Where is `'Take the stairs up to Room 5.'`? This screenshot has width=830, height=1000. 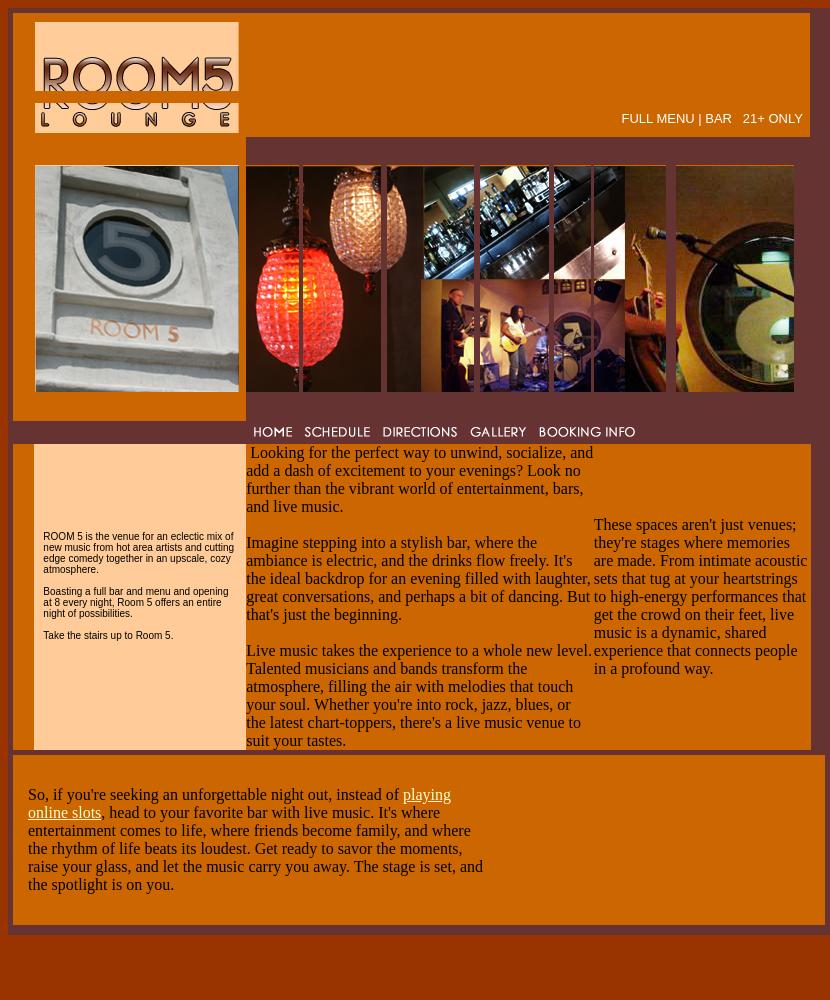
'Take the stairs up to Room 5.' is located at coordinates (107, 634).